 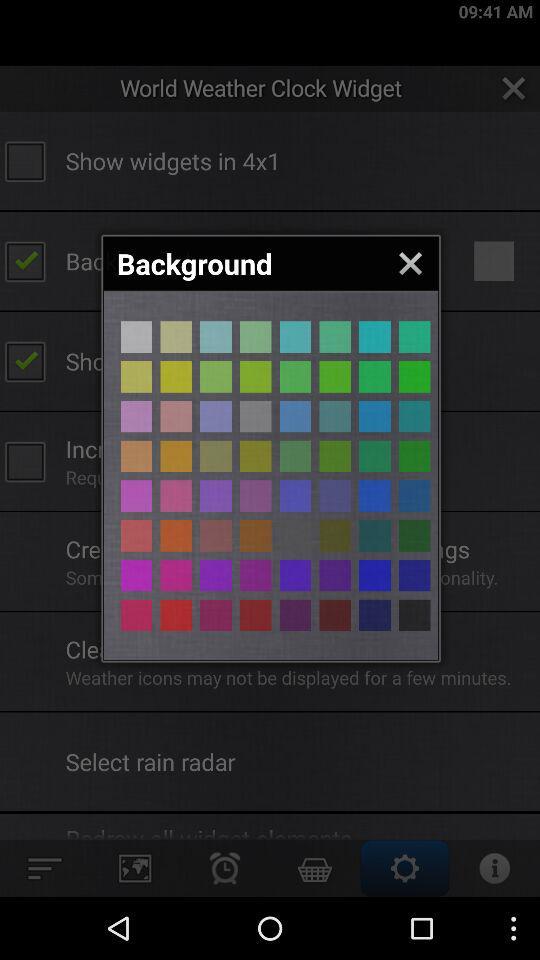 What do you see at coordinates (294, 575) in the screenshot?
I see `choose the colour` at bounding box center [294, 575].